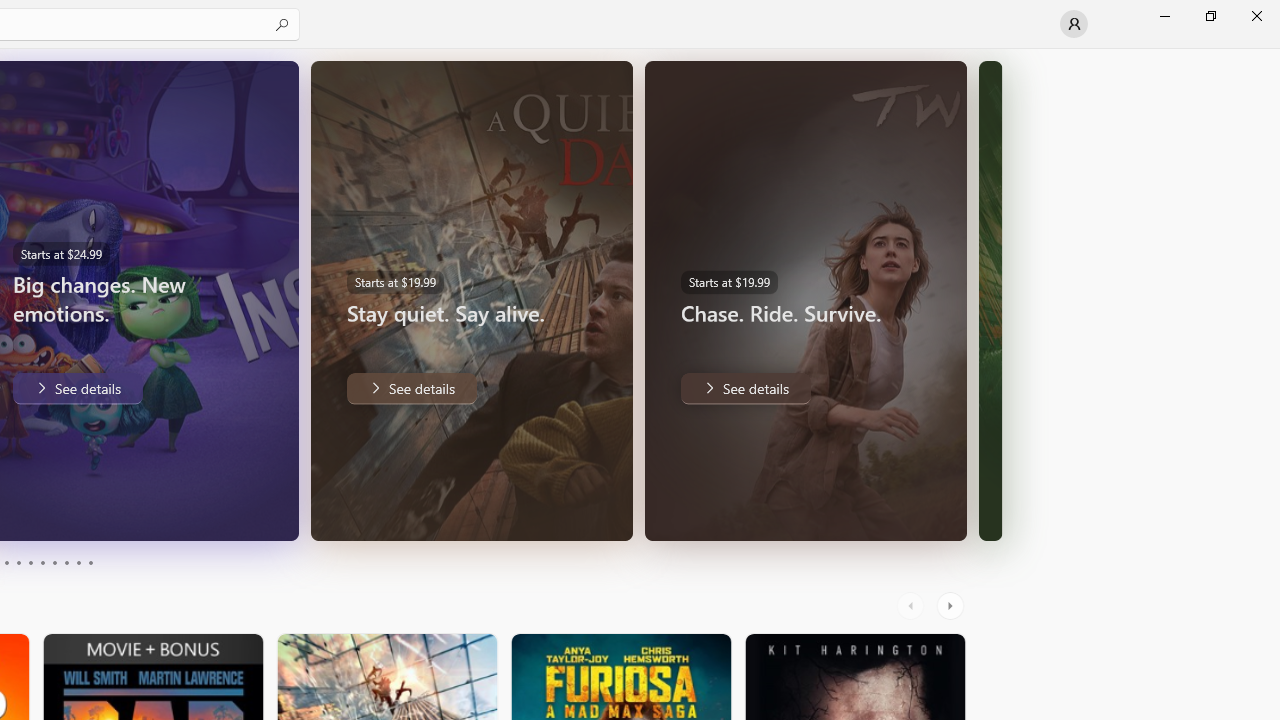 The image size is (1280, 720). I want to click on 'AutomationID: LeftScrollButton', so click(912, 605).